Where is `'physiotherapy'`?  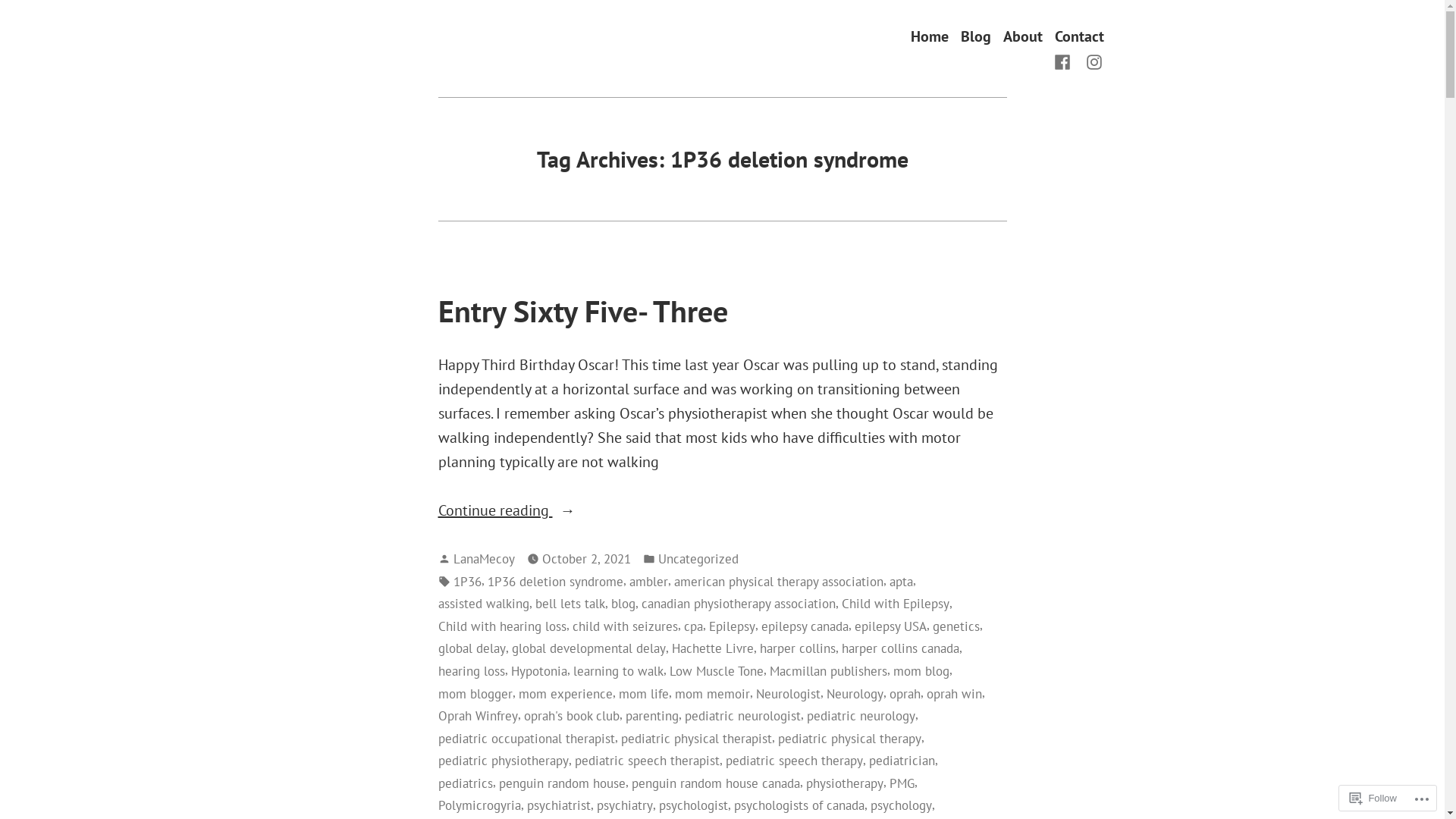 'physiotherapy' is located at coordinates (843, 783).